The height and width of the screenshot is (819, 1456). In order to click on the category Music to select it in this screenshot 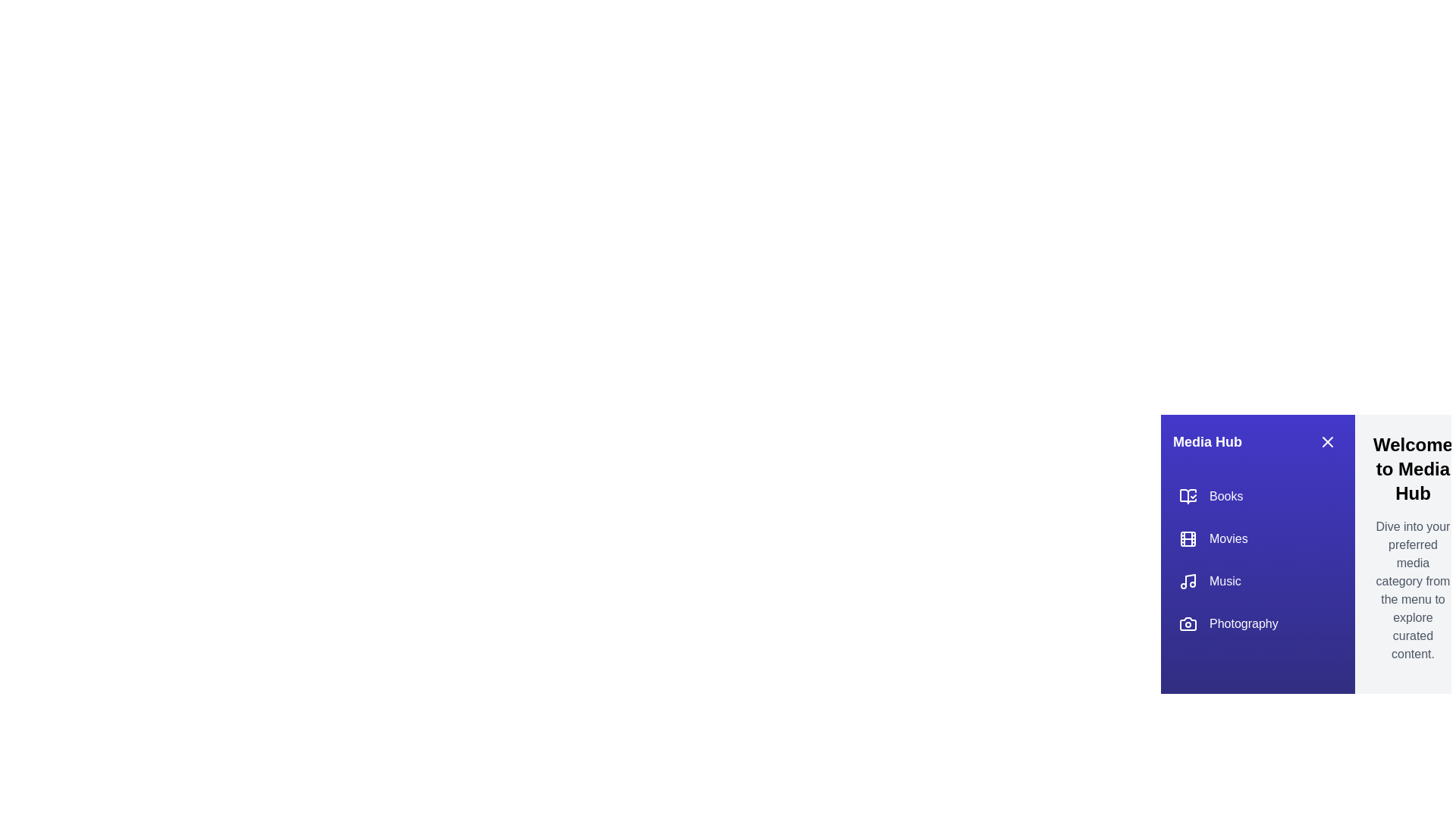, I will do `click(1258, 581)`.